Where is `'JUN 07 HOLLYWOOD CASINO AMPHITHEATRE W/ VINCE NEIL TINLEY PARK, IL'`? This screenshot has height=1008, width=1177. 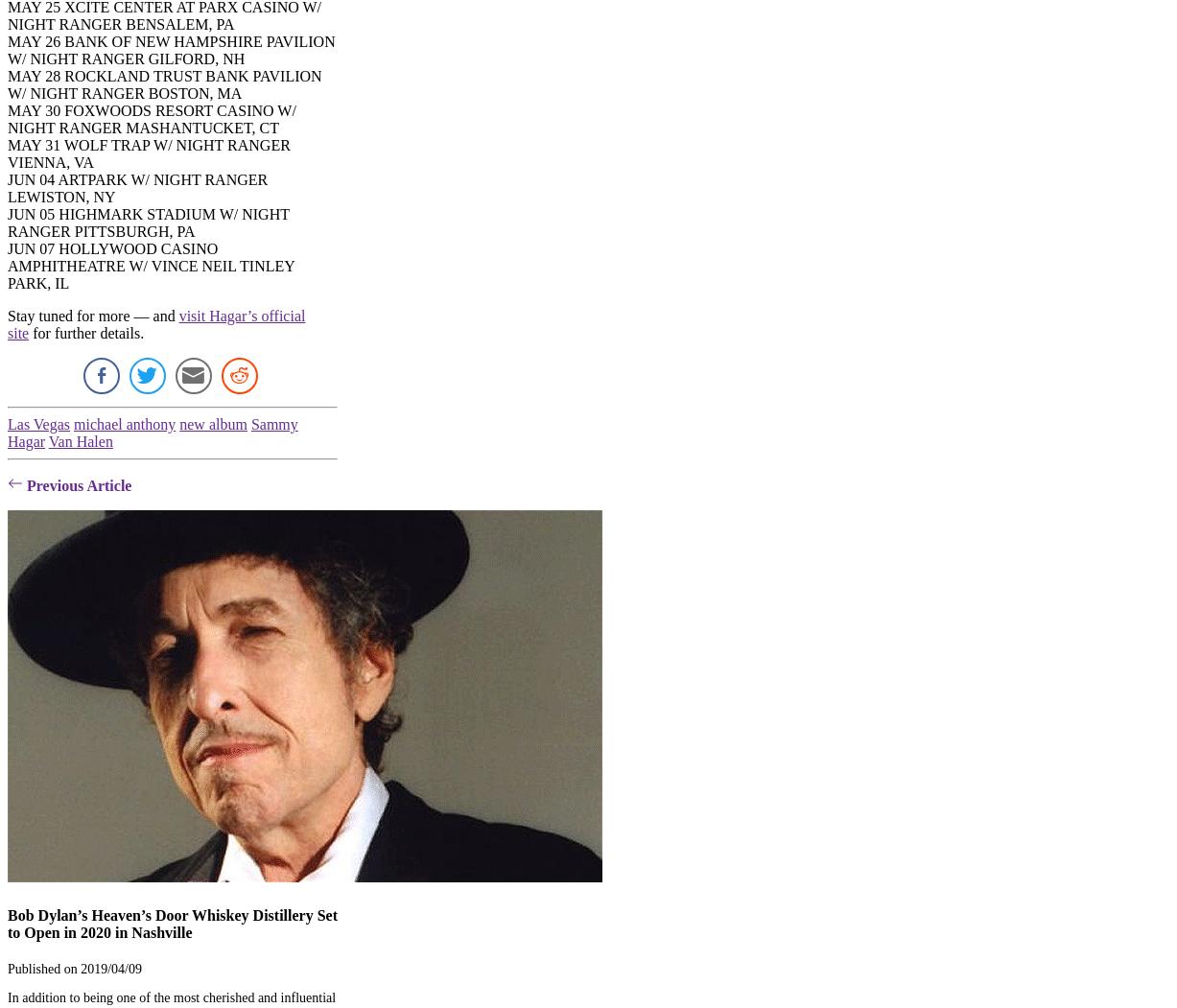
'JUN 07 HOLLYWOOD CASINO AMPHITHEATRE W/ VINCE NEIL TINLEY PARK, IL' is located at coordinates (150, 266).